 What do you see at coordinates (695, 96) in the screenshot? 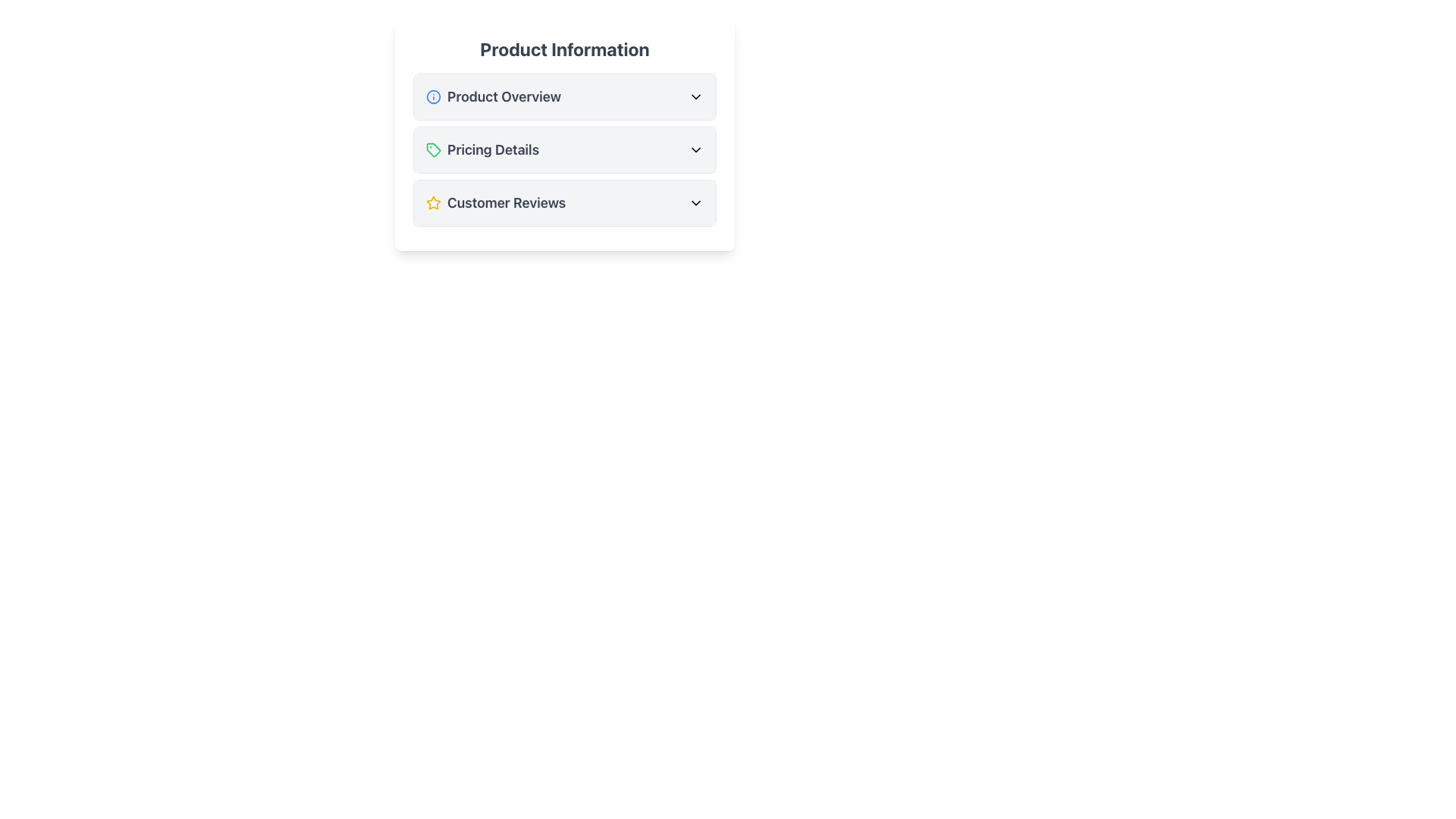
I see `the Chevron icon located to the far right of the 'Product Overview' section` at bounding box center [695, 96].